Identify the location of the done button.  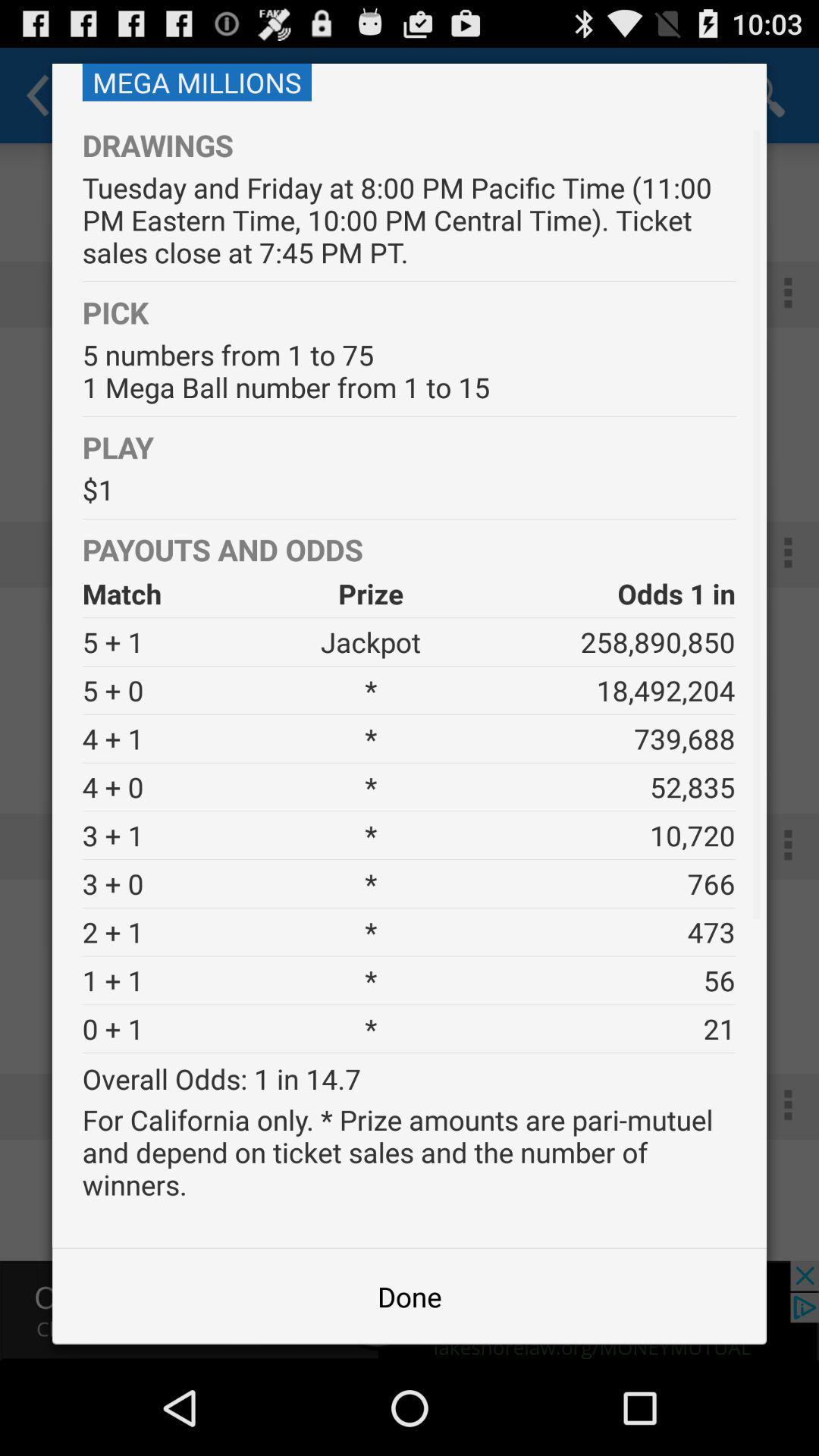
(409, 1295).